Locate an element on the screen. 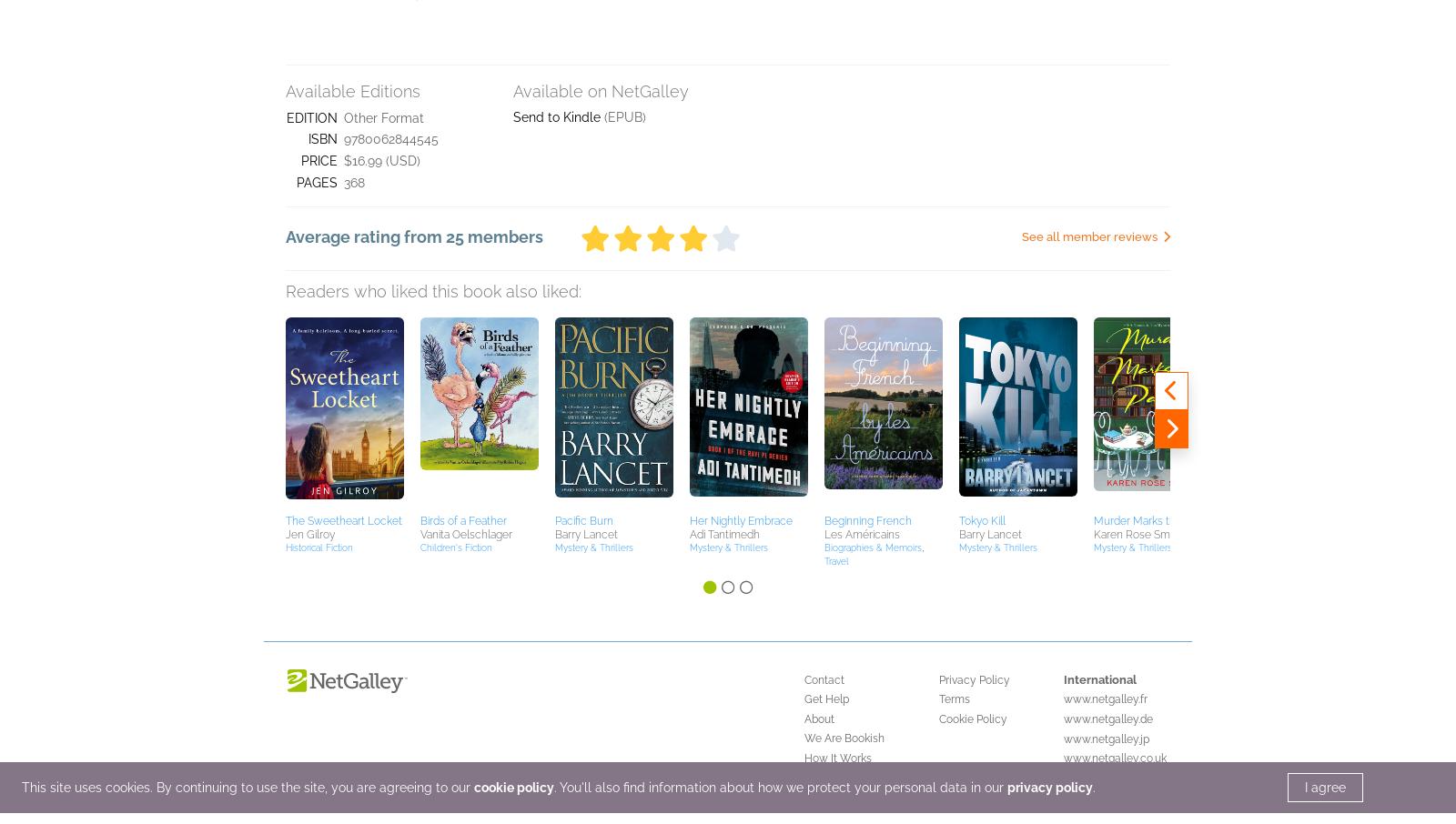 Image resolution: width=1456 pixels, height=824 pixels. 'www.netgalley.co.uk' is located at coordinates (1114, 29).